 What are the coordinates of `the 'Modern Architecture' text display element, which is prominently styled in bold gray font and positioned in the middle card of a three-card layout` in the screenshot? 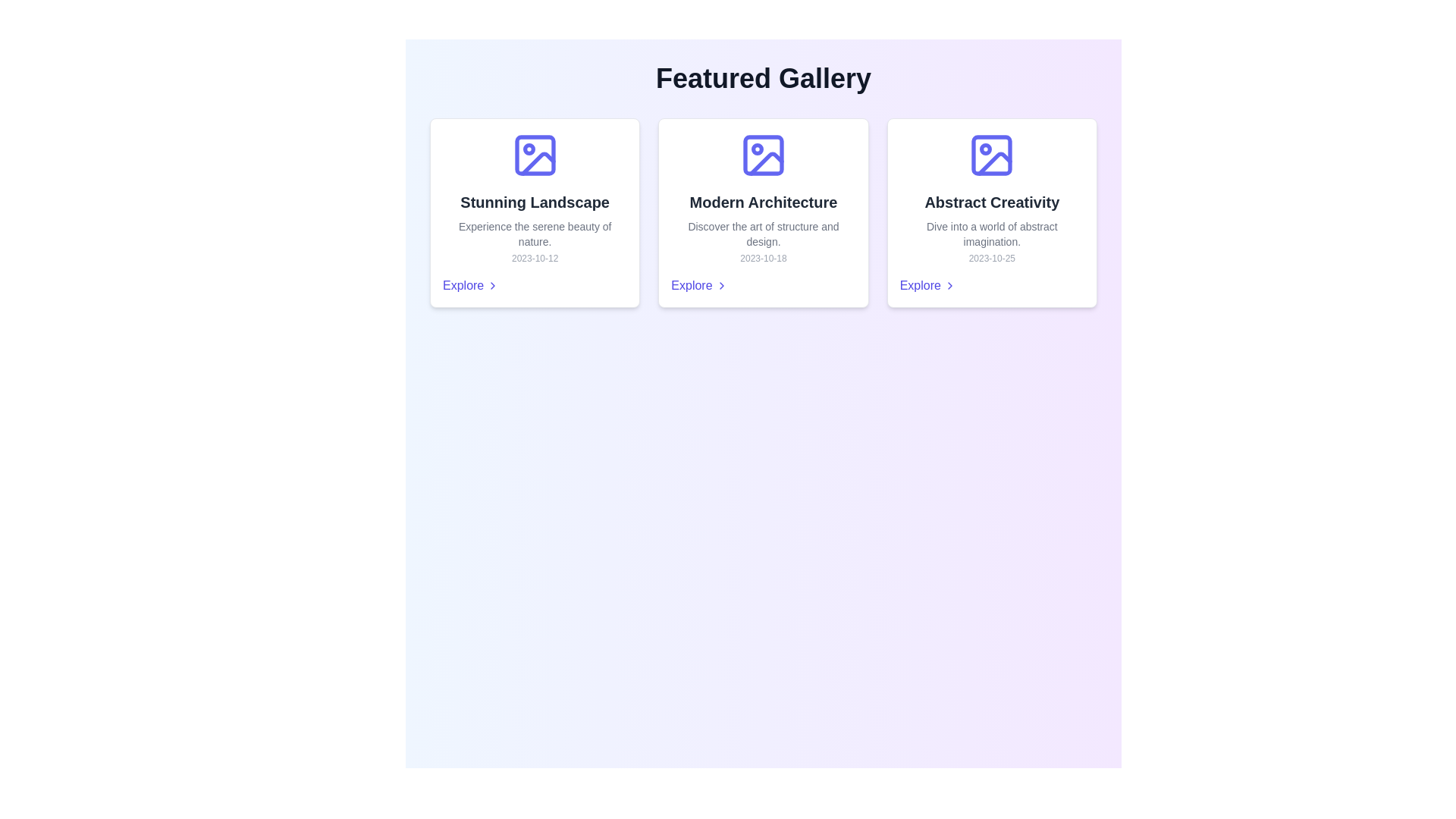 It's located at (764, 201).